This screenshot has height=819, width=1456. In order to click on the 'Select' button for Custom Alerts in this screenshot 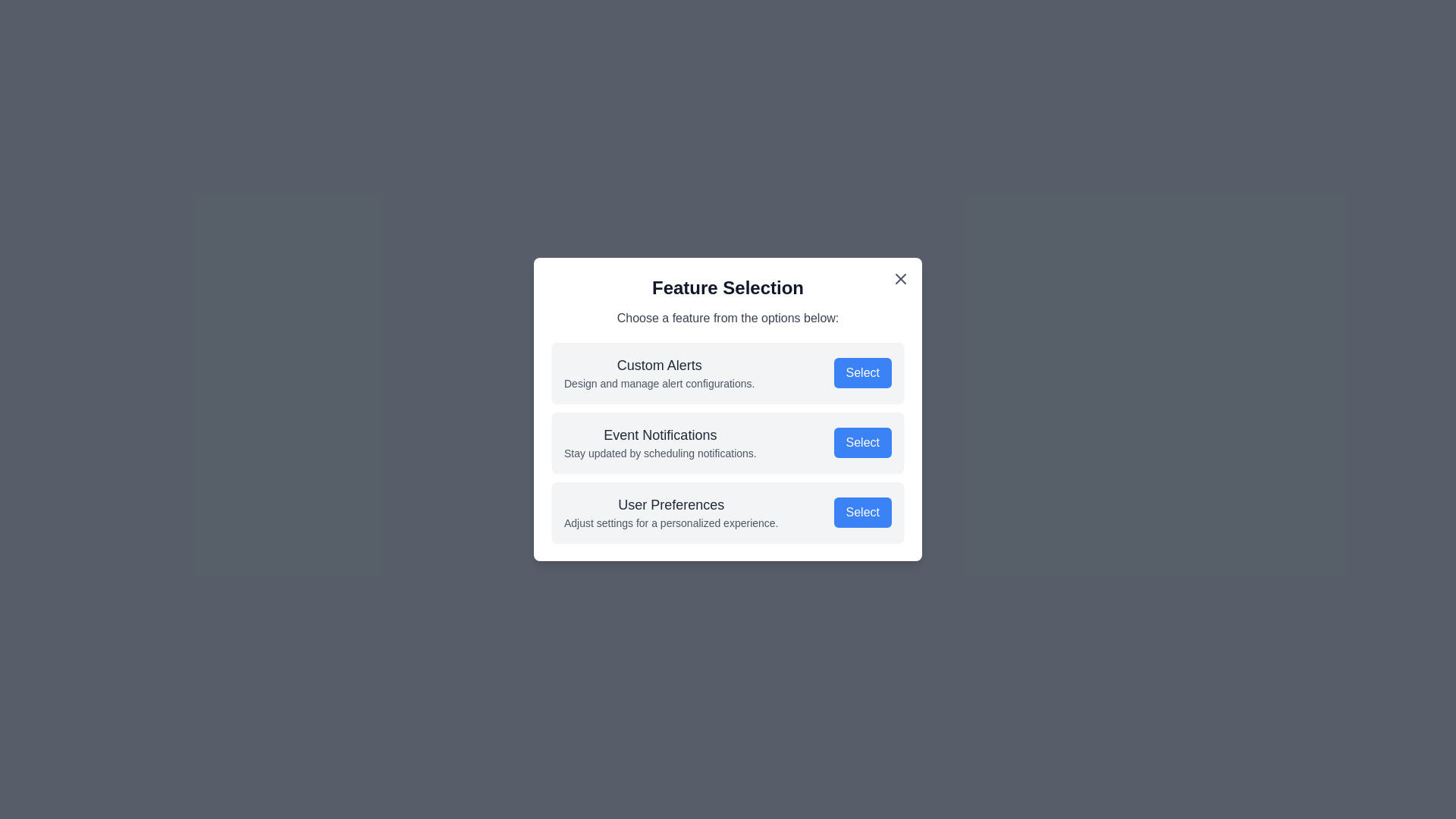, I will do `click(862, 373)`.